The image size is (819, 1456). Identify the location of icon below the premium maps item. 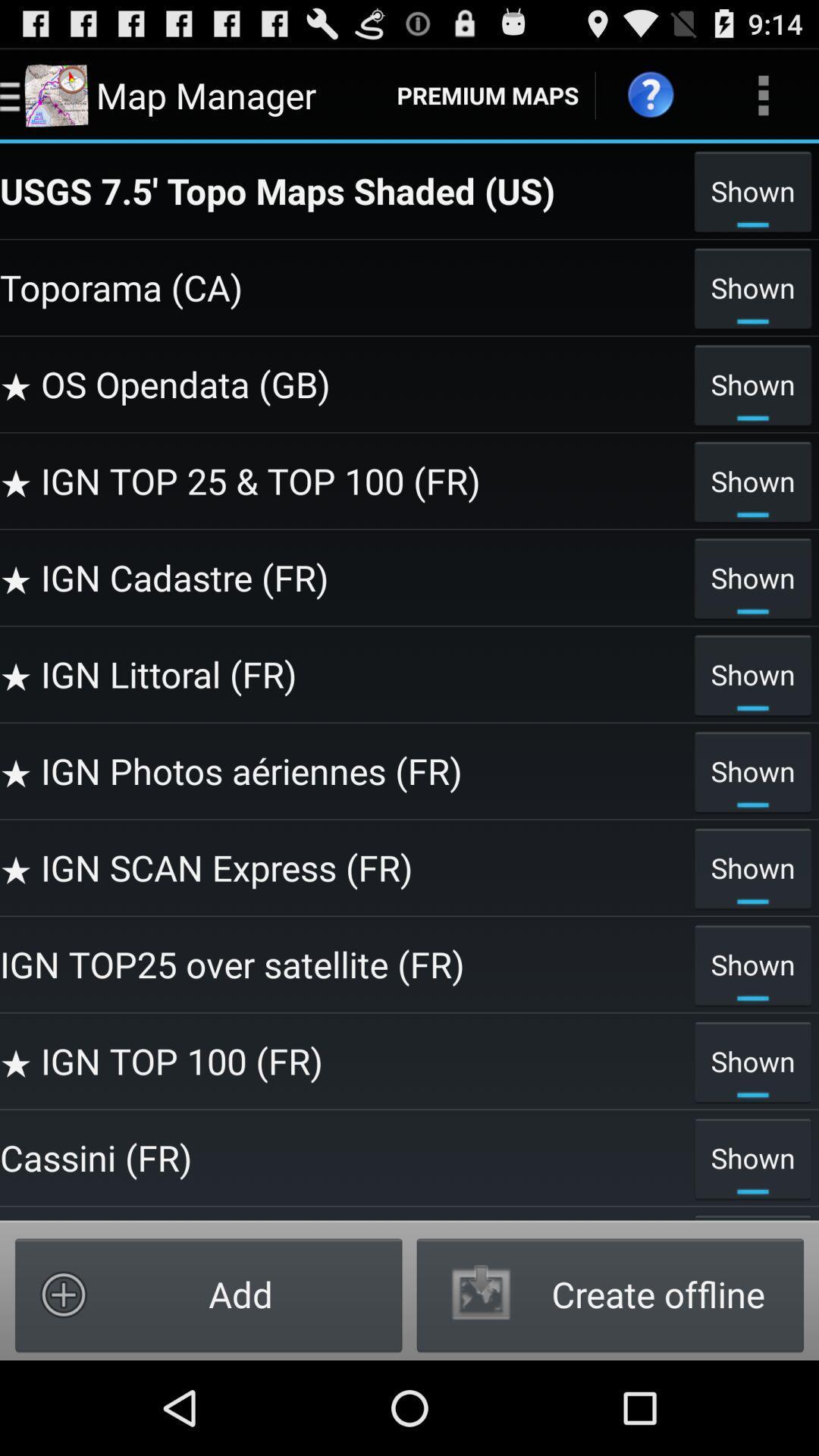
(343, 190).